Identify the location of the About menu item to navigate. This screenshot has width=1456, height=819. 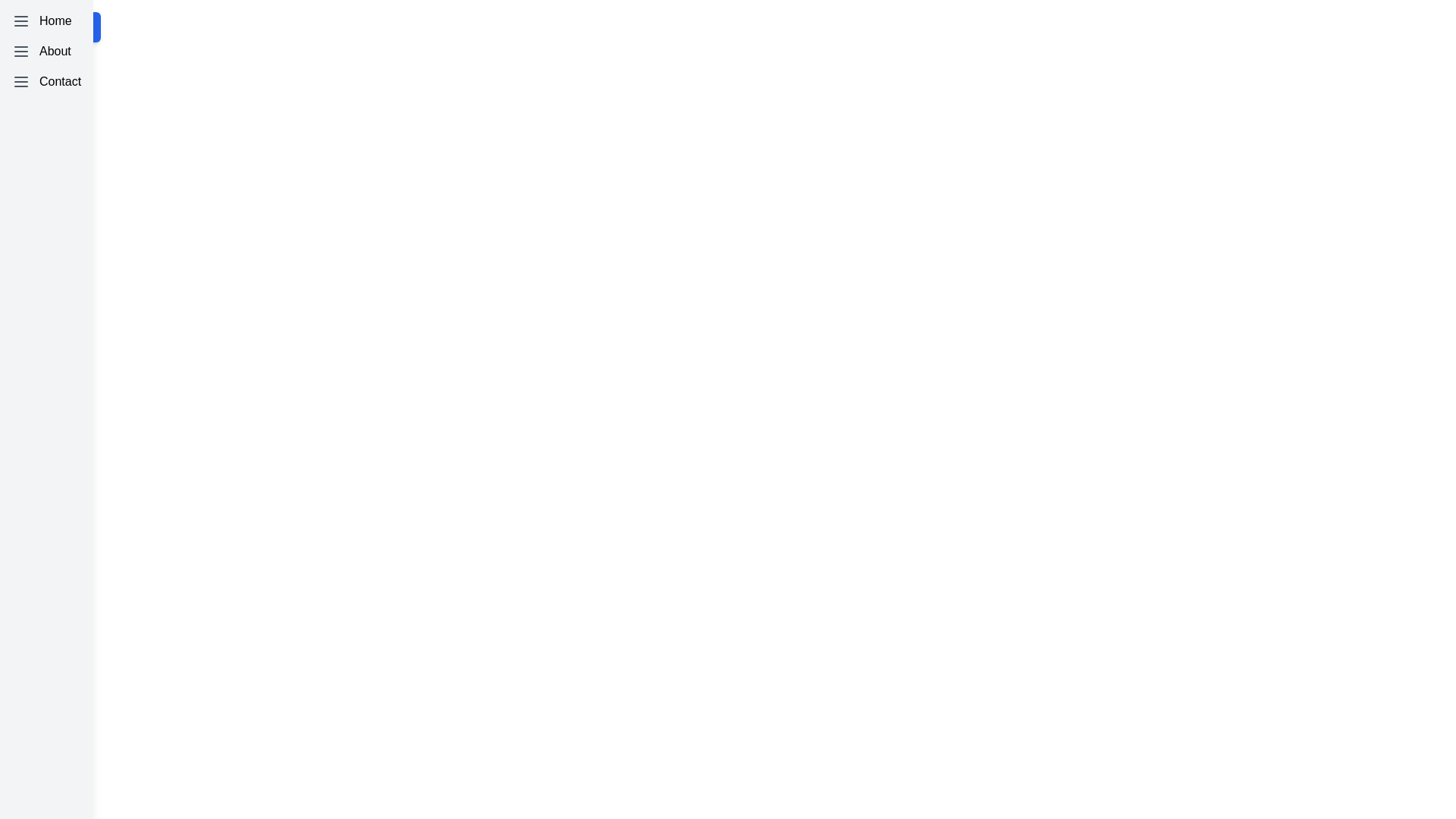
(46, 51).